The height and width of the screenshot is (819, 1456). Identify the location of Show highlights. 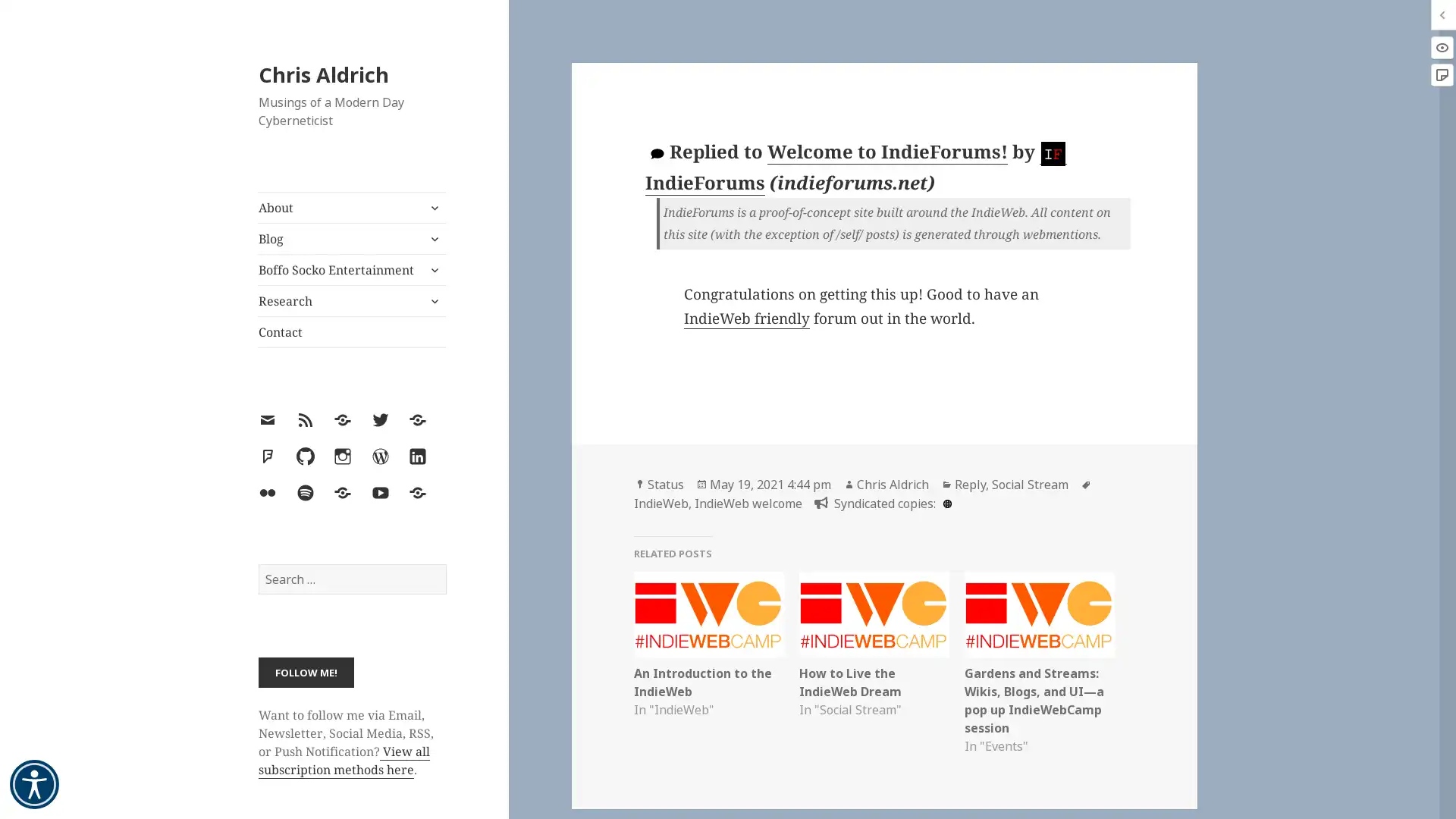
(1441, 46).